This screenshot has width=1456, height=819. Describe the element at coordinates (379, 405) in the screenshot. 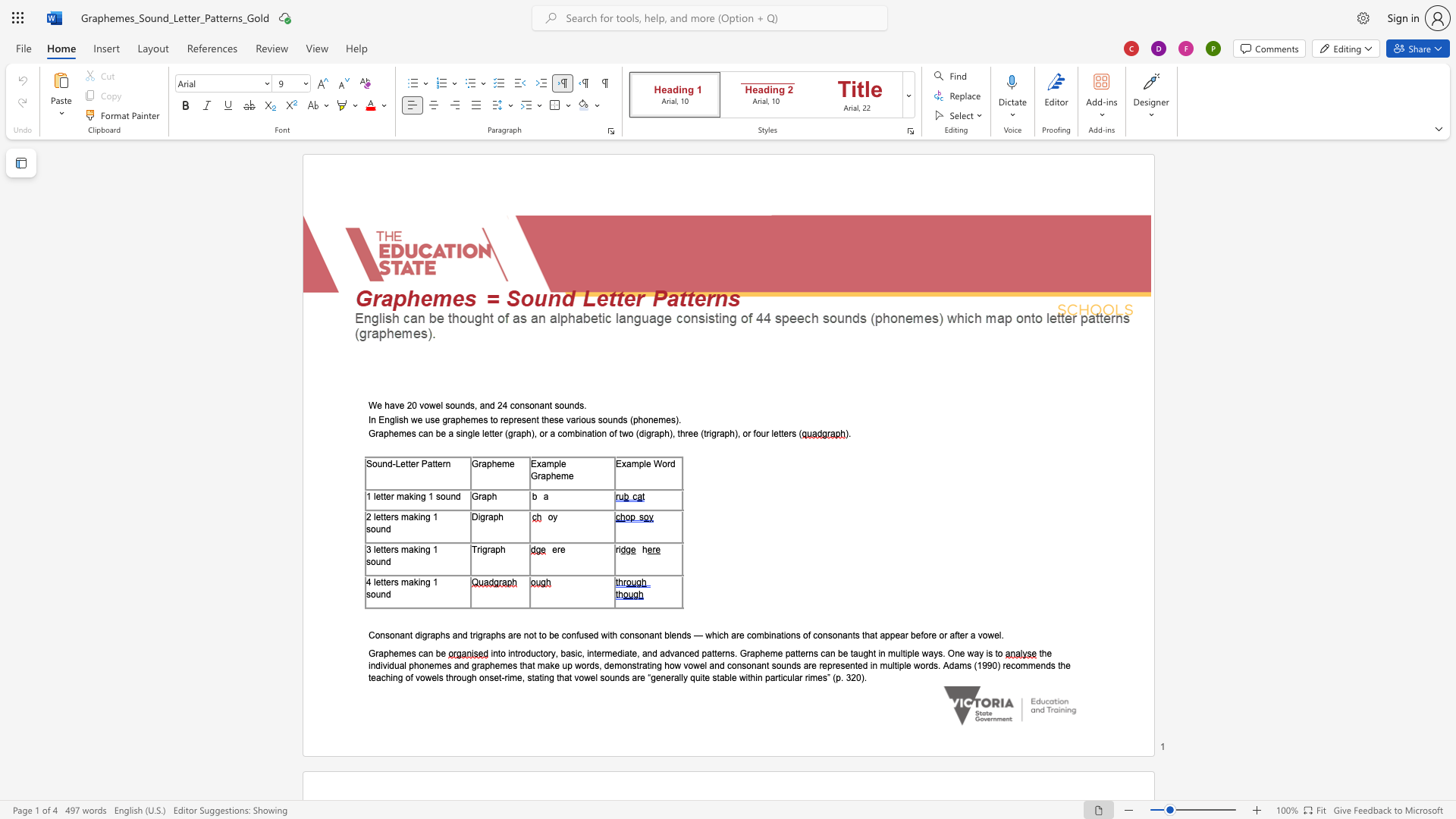

I see `the 1th character "e" in the text` at that location.